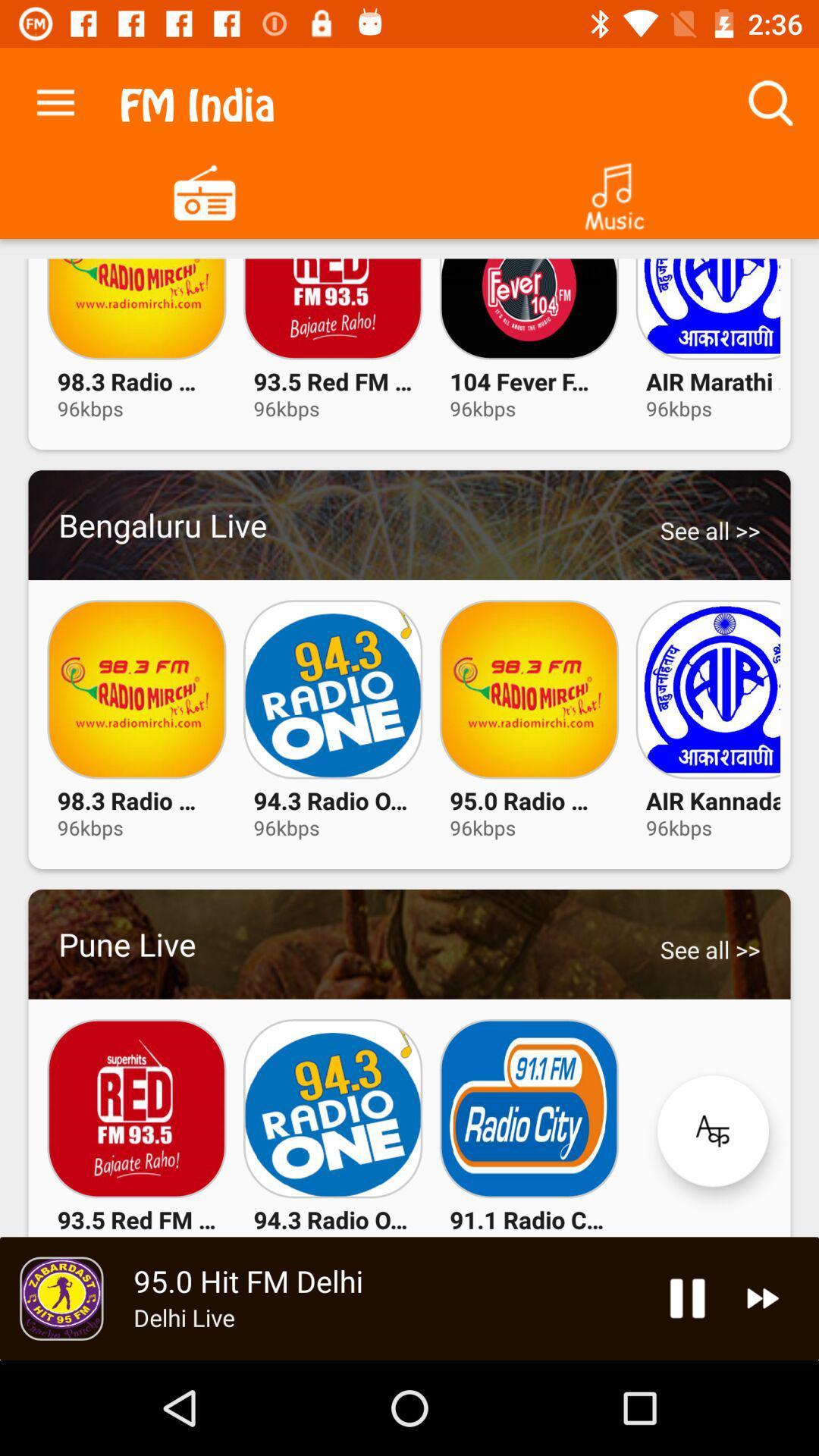 Image resolution: width=819 pixels, height=1456 pixels. I want to click on music tab, so click(614, 190).